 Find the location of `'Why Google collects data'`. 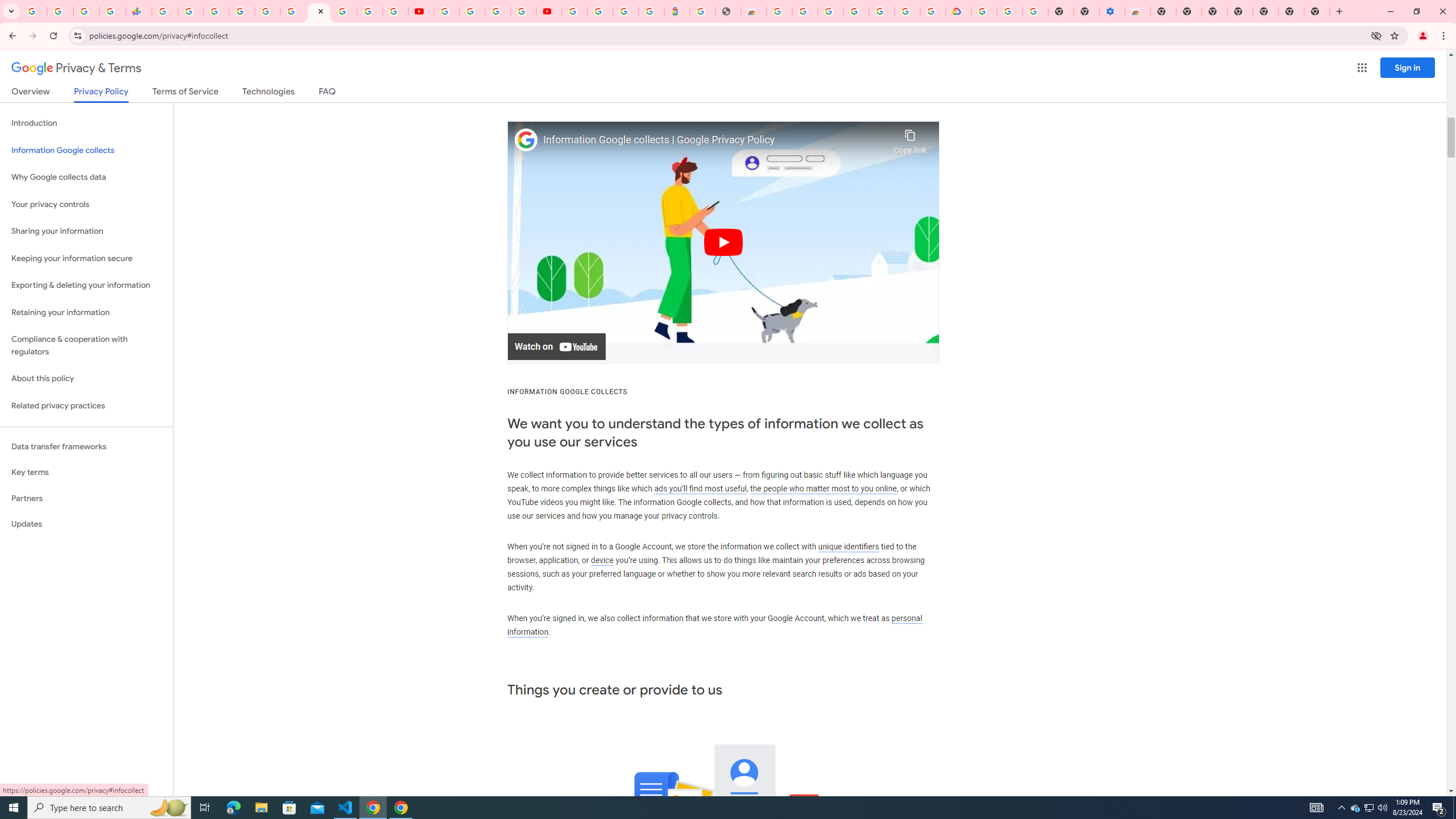

'Why Google collects data' is located at coordinates (86, 176).